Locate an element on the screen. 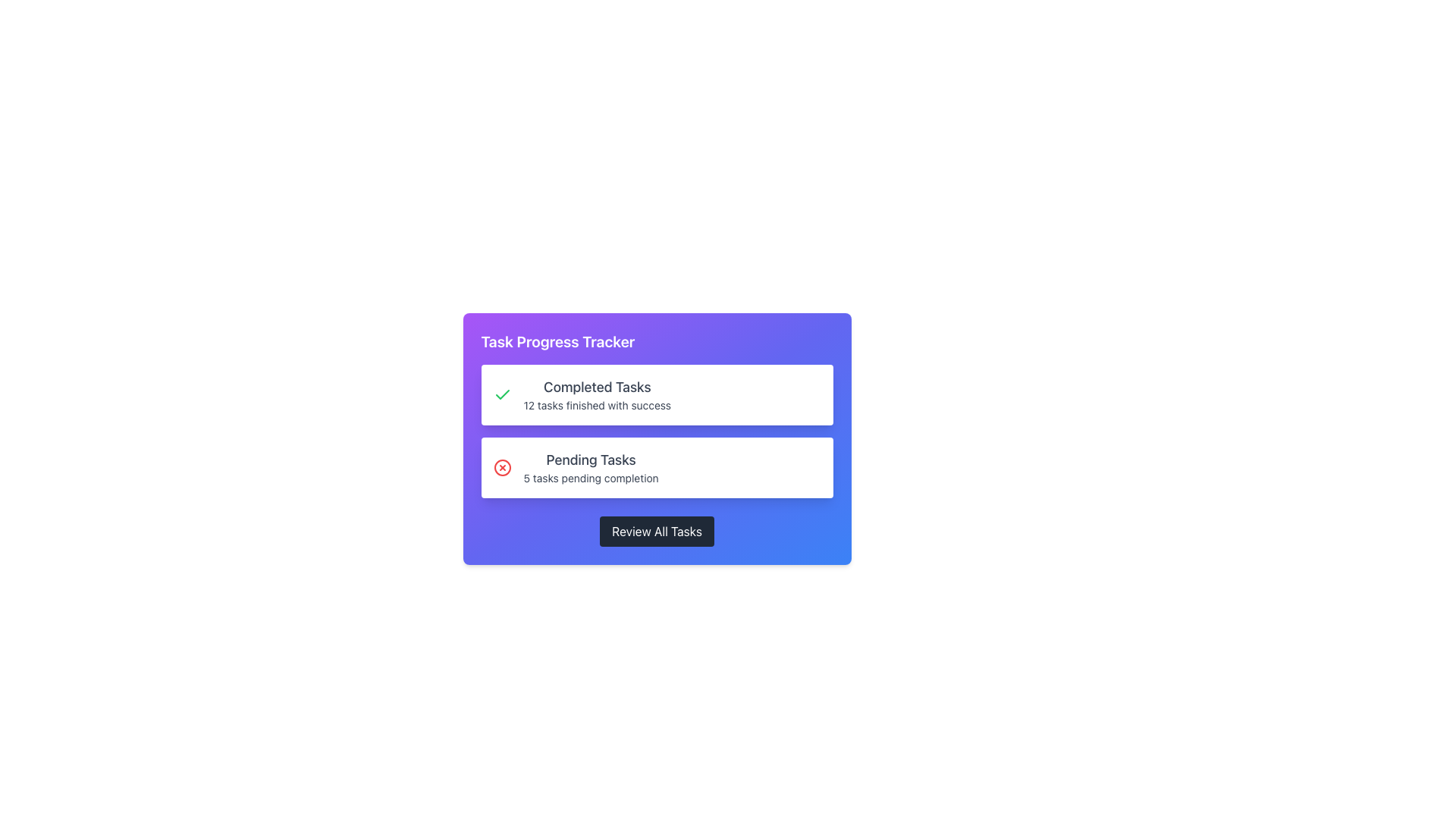  the informational block displaying pending tasks, which is located in the center of a purple-to-blue gradient section, above the black button labeled 'Review All Tasks' is located at coordinates (657, 438).